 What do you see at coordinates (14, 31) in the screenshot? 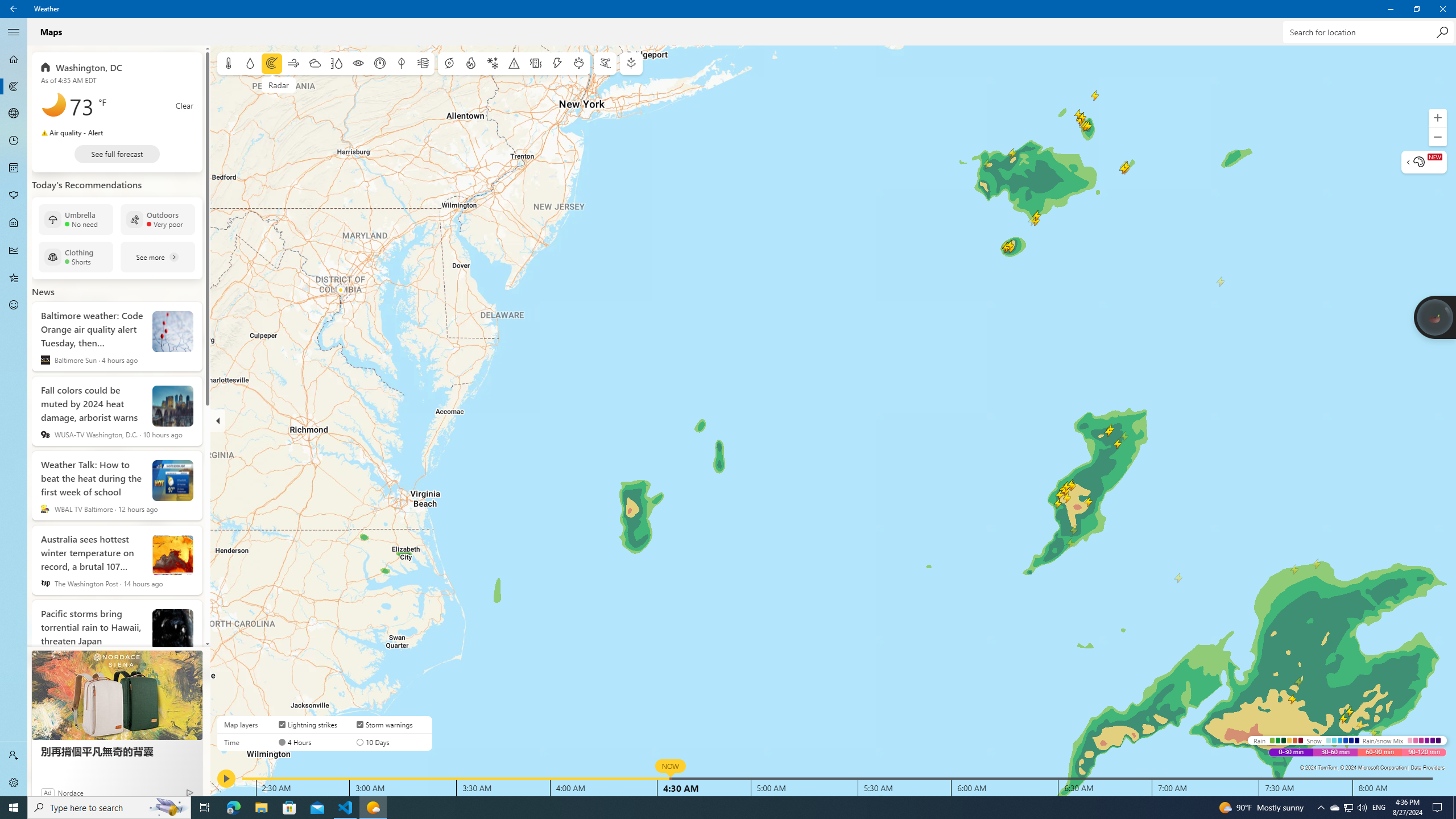
I see `'Collapse Navigation'` at bounding box center [14, 31].